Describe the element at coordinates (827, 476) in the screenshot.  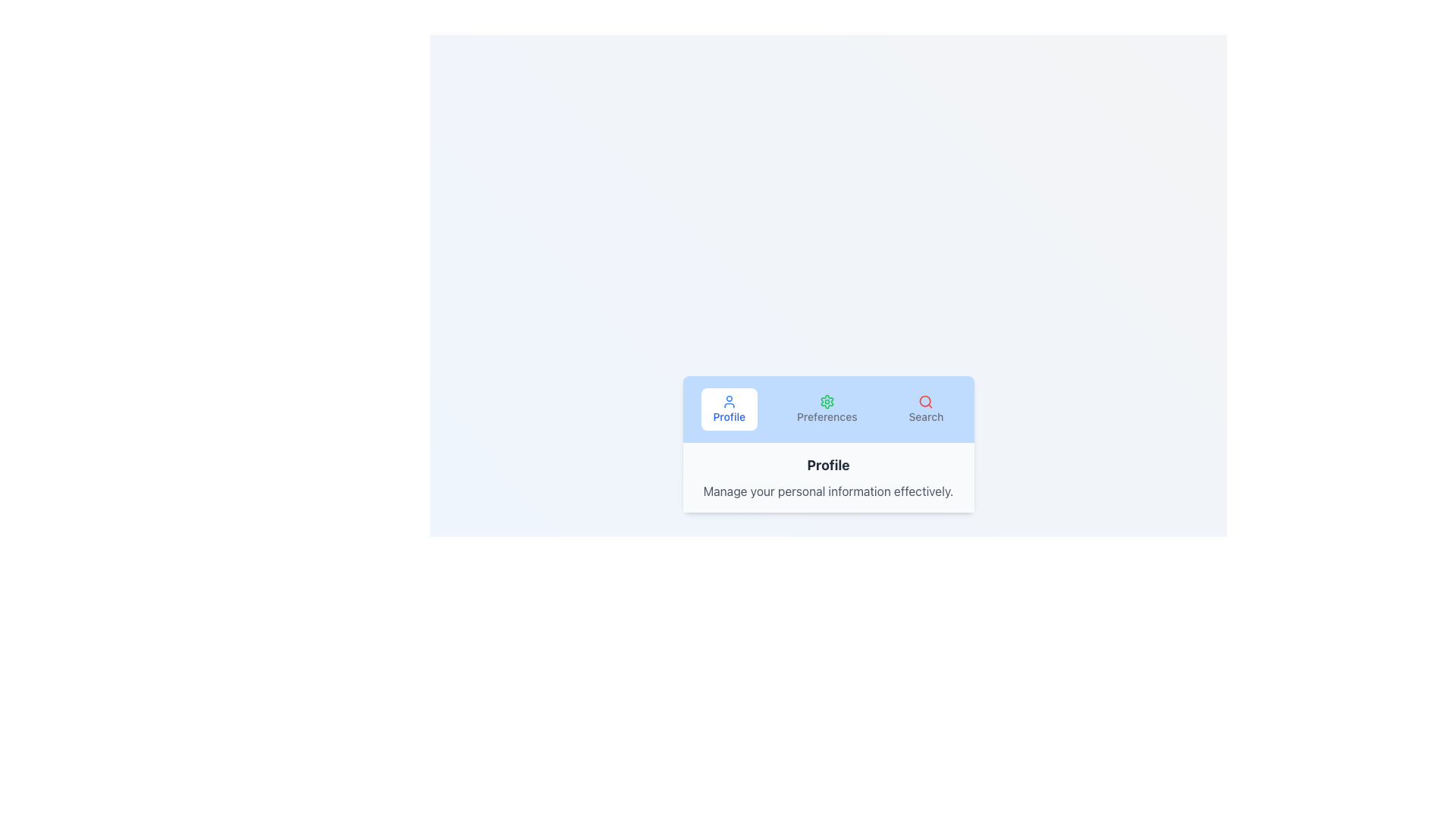
I see `text from the Information block labeled 'Profile' which contains the description 'Manage your personal information effectively.'` at that location.